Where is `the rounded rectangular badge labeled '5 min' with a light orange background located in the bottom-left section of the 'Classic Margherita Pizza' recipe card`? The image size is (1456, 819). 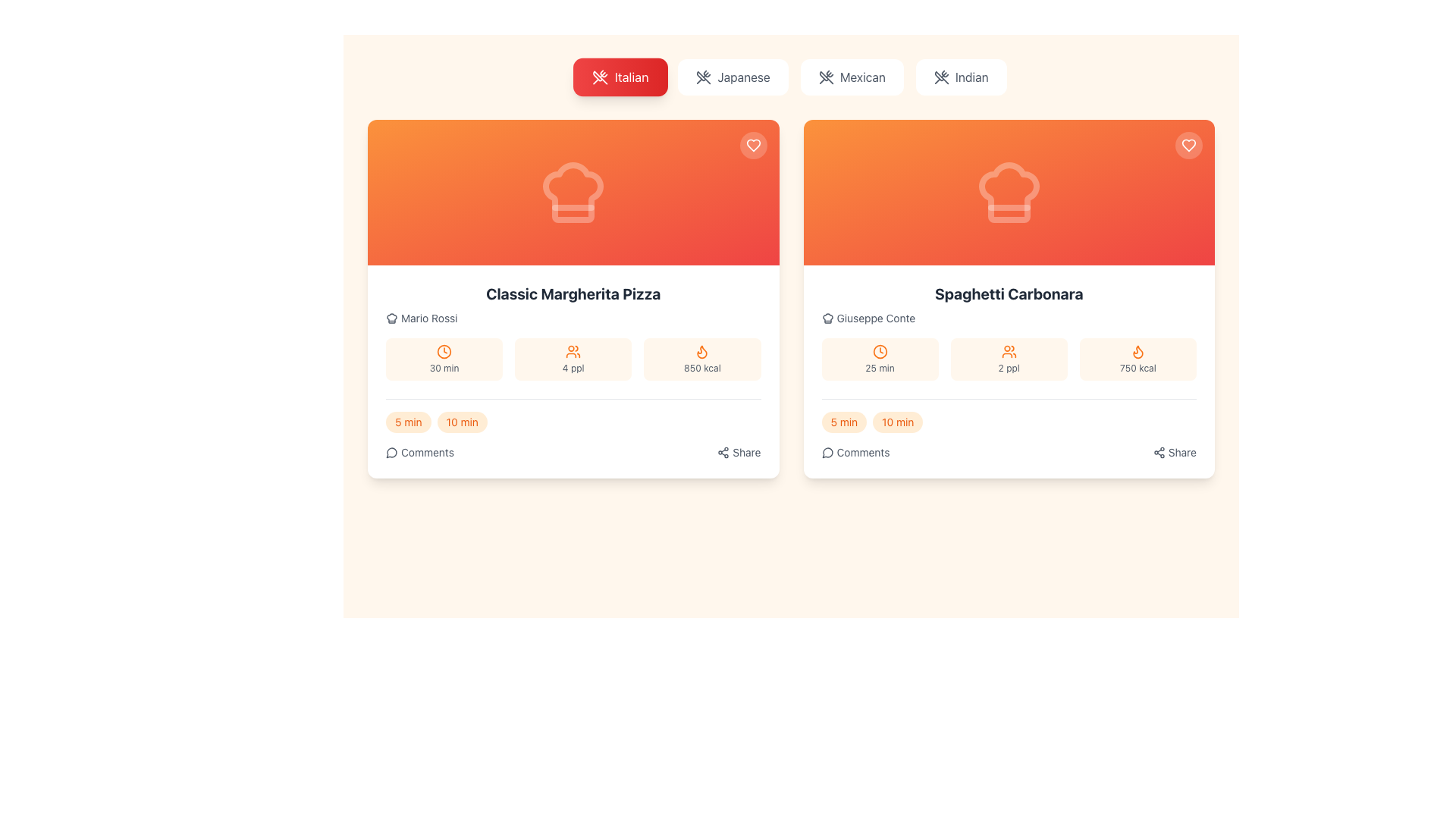 the rounded rectangular badge labeled '5 min' with a light orange background located in the bottom-left section of the 'Classic Margherita Pizza' recipe card is located at coordinates (408, 422).